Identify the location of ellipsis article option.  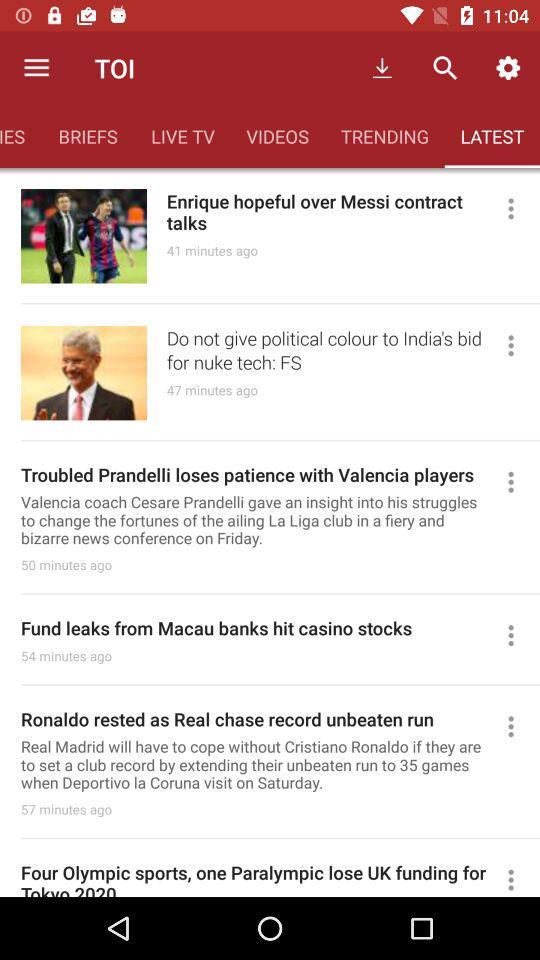
(519, 345).